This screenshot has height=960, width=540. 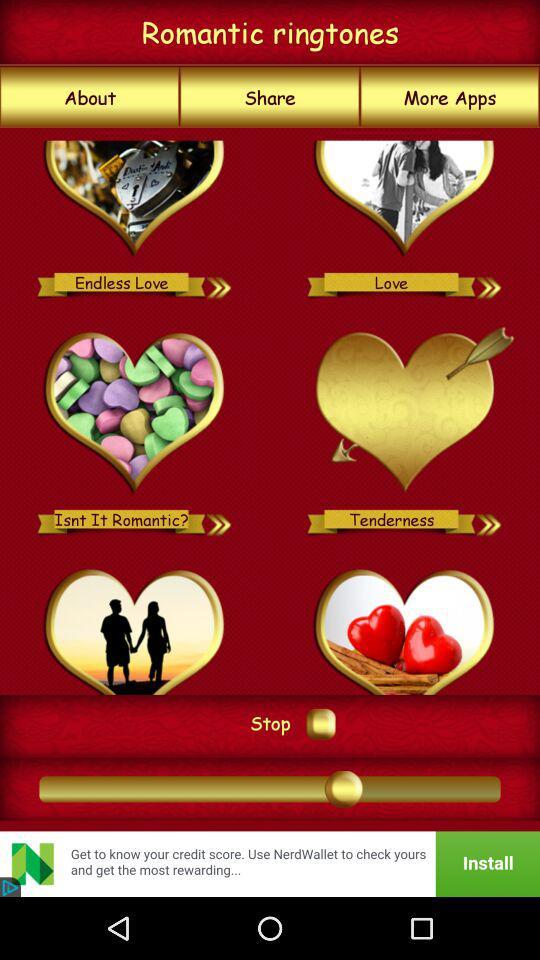 I want to click on the item to the left of the more apps item, so click(x=270, y=97).